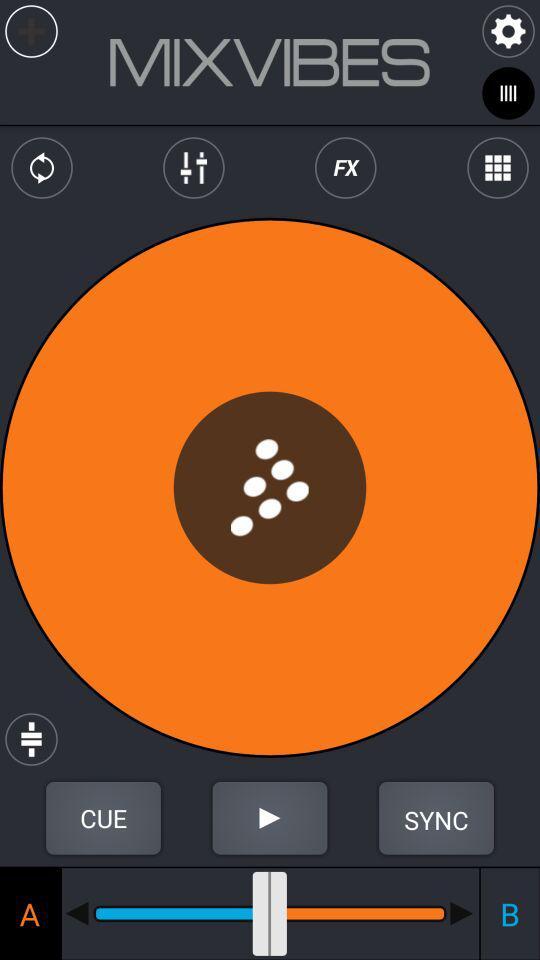 This screenshot has height=960, width=540. I want to click on cue, so click(103, 818).